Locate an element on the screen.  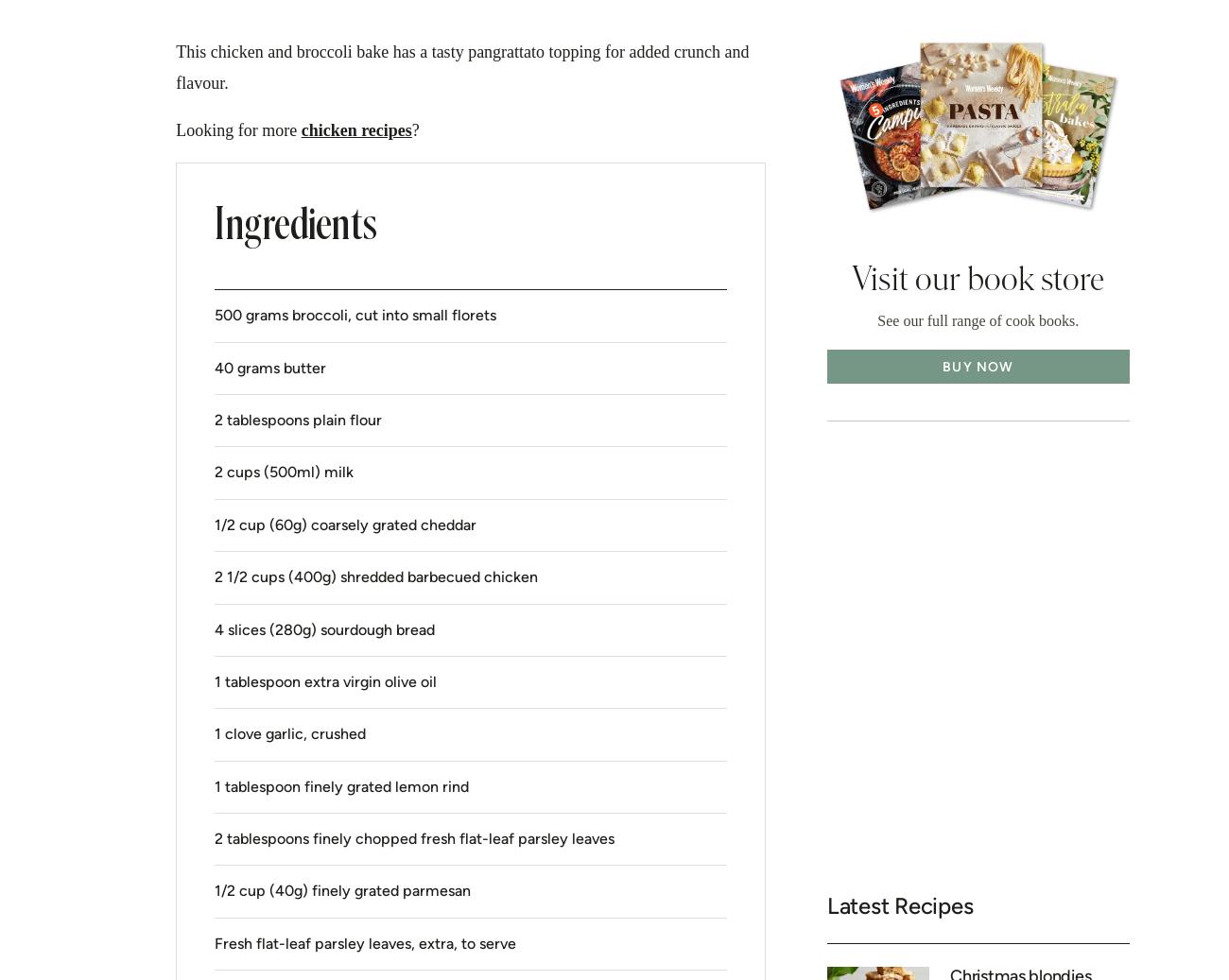
'chicken recipes' is located at coordinates (355, 128).